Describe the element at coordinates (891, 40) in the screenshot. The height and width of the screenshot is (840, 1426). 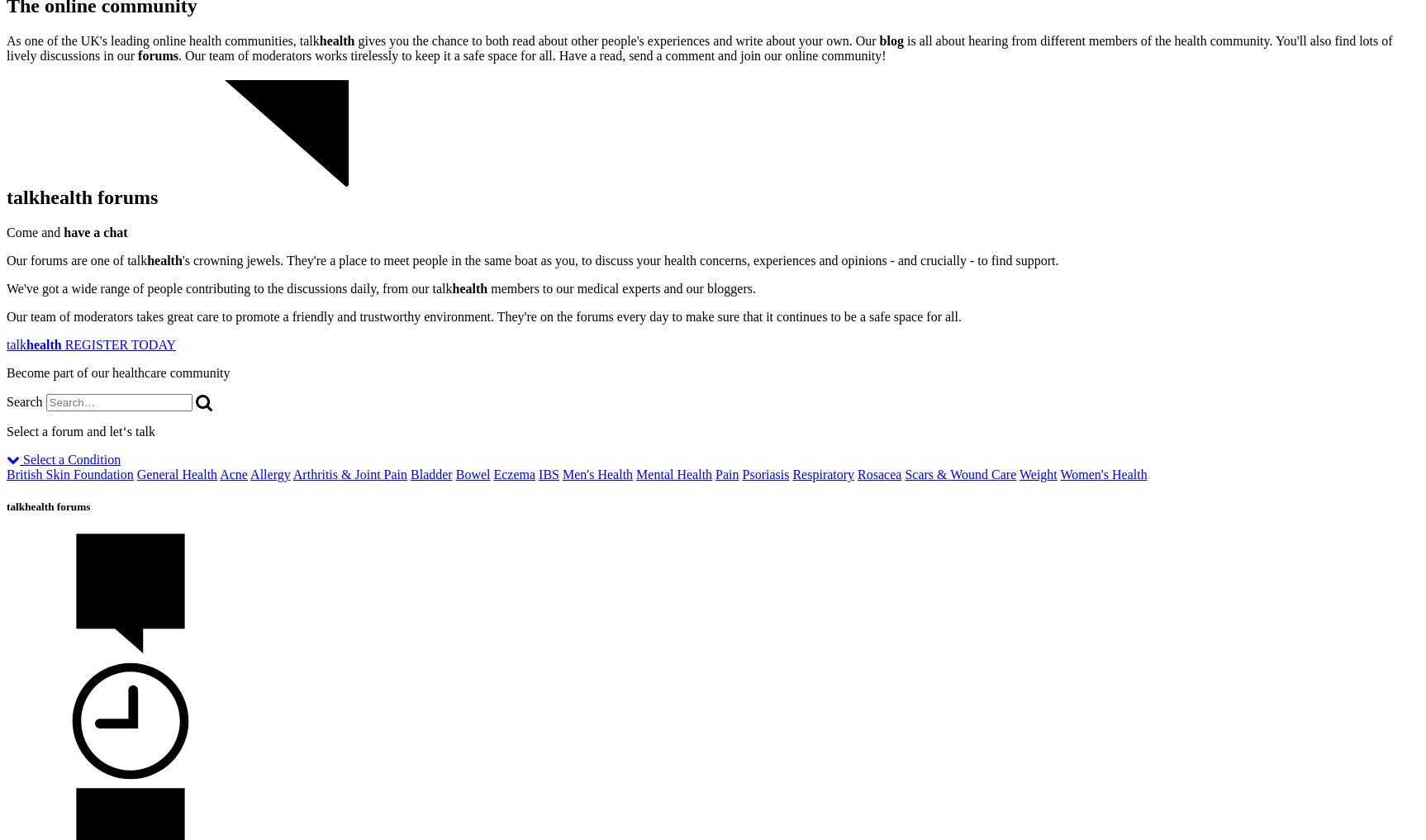
I see `'blog'` at that location.